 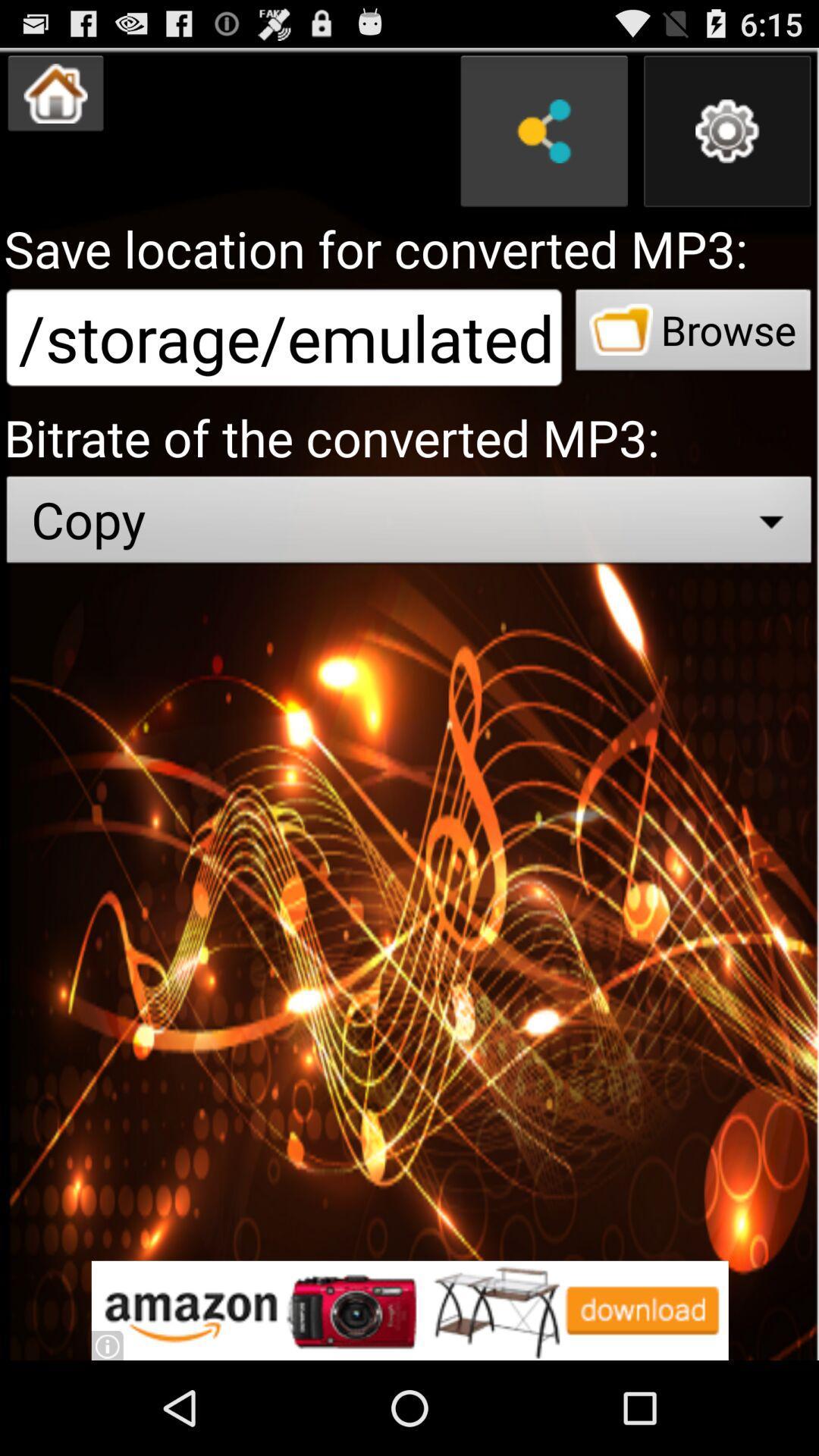 What do you see at coordinates (543, 131) in the screenshot?
I see `for share` at bounding box center [543, 131].